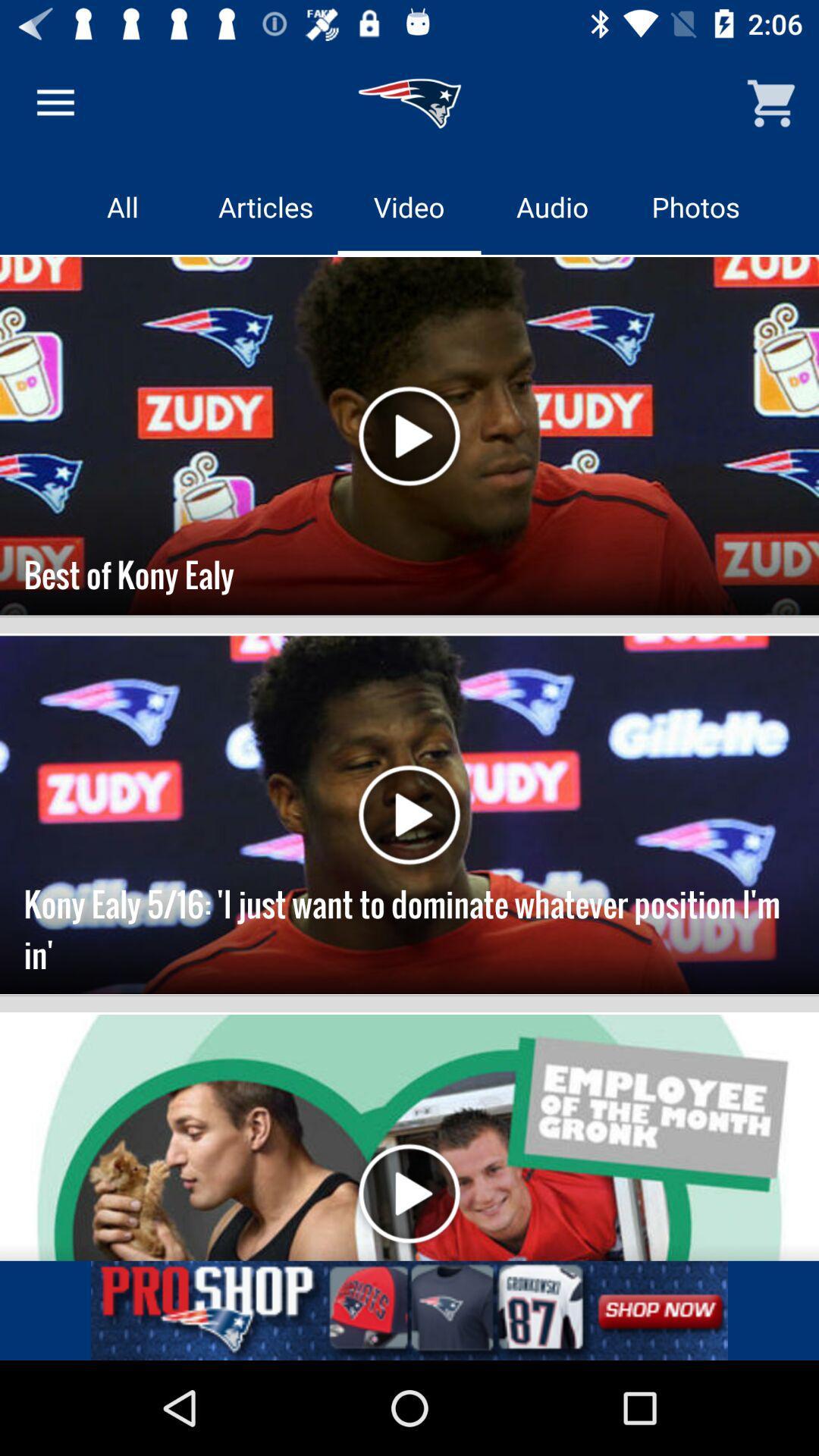 This screenshot has height=1456, width=819. I want to click on advertiser banner, so click(409, 1310).